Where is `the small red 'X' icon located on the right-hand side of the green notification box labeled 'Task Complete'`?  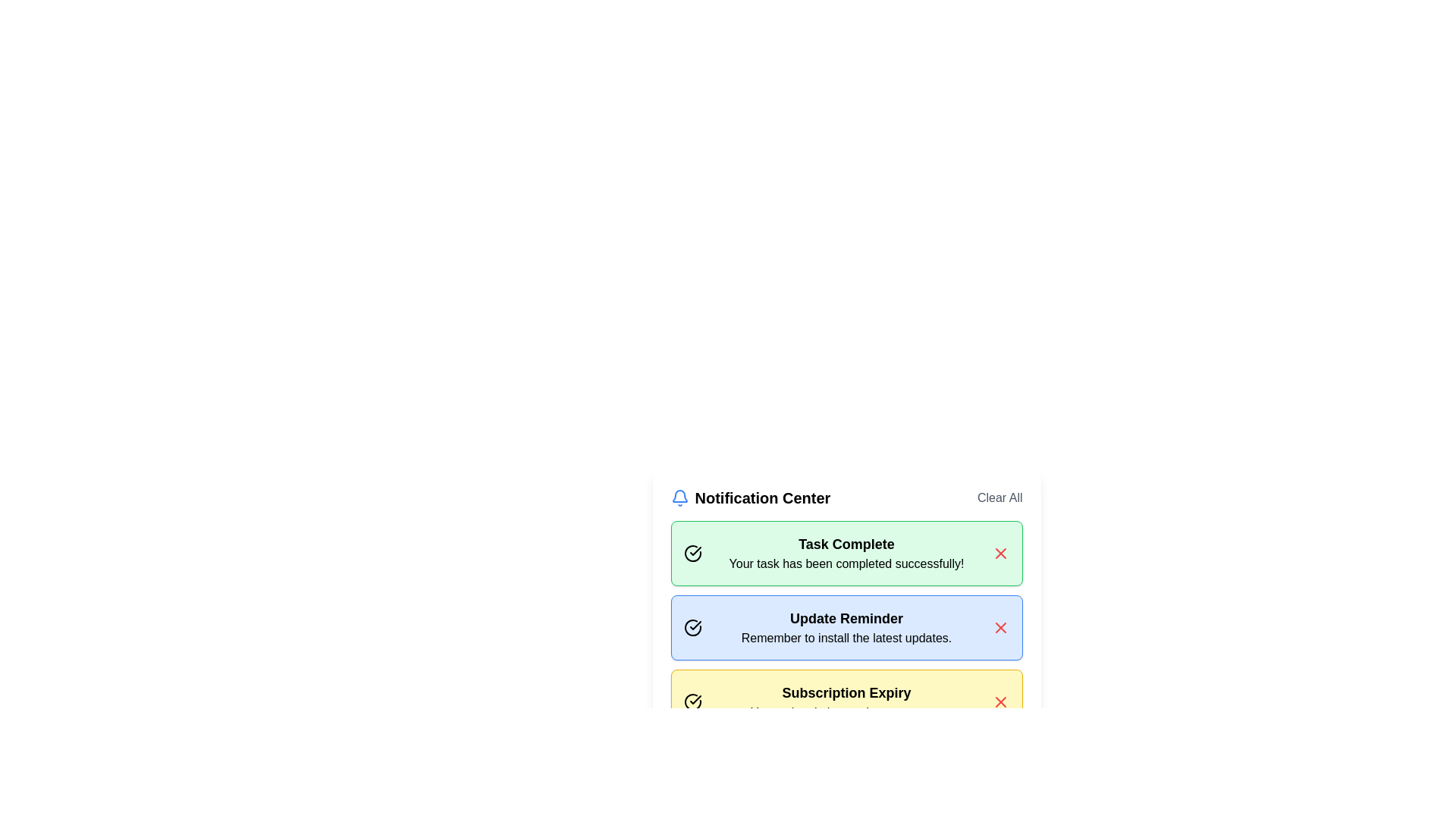 the small red 'X' icon located on the right-hand side of the green notification box labeled 'Task Complete' is located at coordinates (1000, 553).